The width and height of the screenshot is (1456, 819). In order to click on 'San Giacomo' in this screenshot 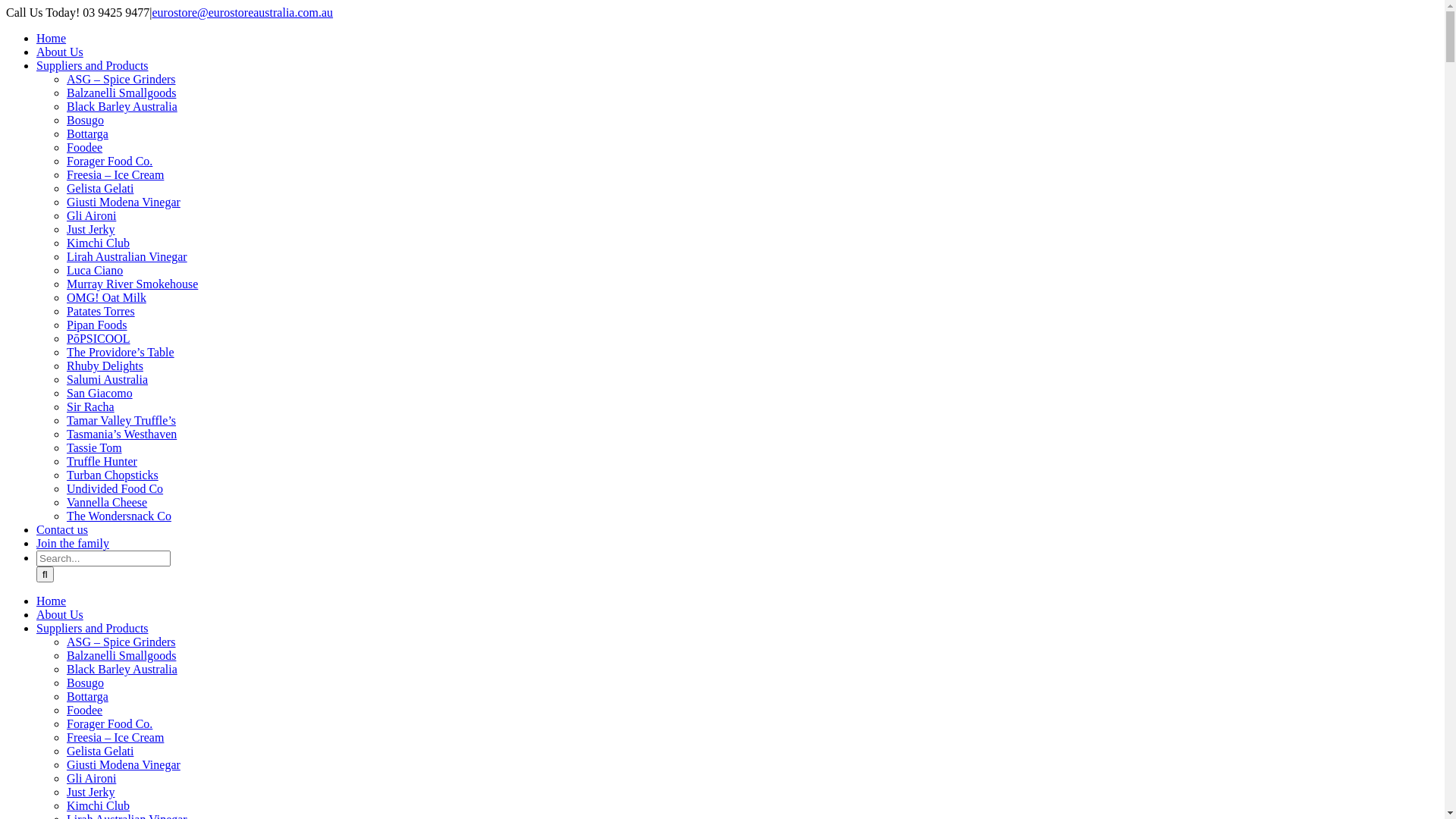, I will do `click(99, 392)`.